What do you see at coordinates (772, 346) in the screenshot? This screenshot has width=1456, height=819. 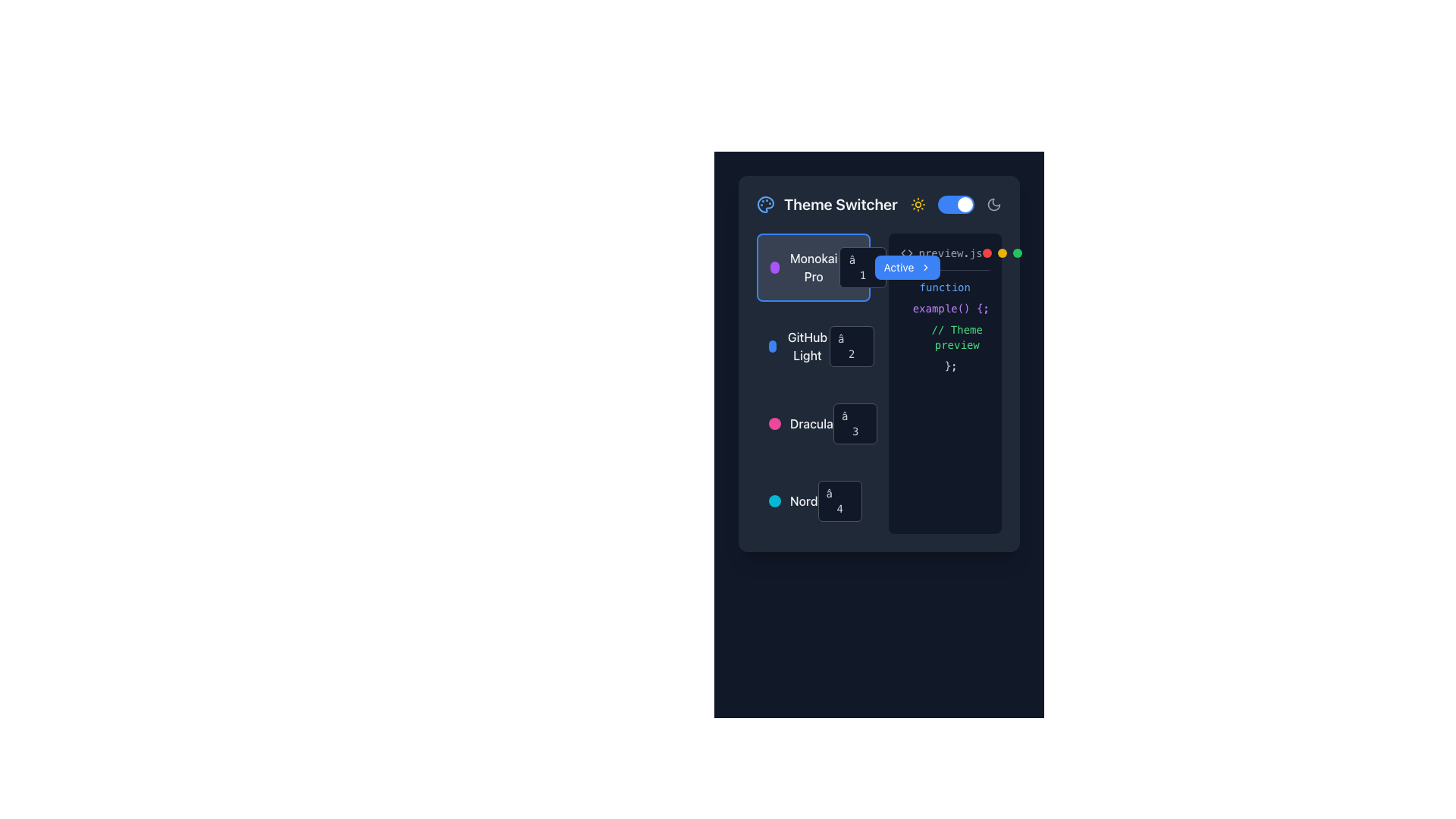 I see `the visual indicator located to the left of the text 'GitHub Light' in the theme selector interface, which signifies the current selection or availability of the theme` at bounding box center [772, 346].